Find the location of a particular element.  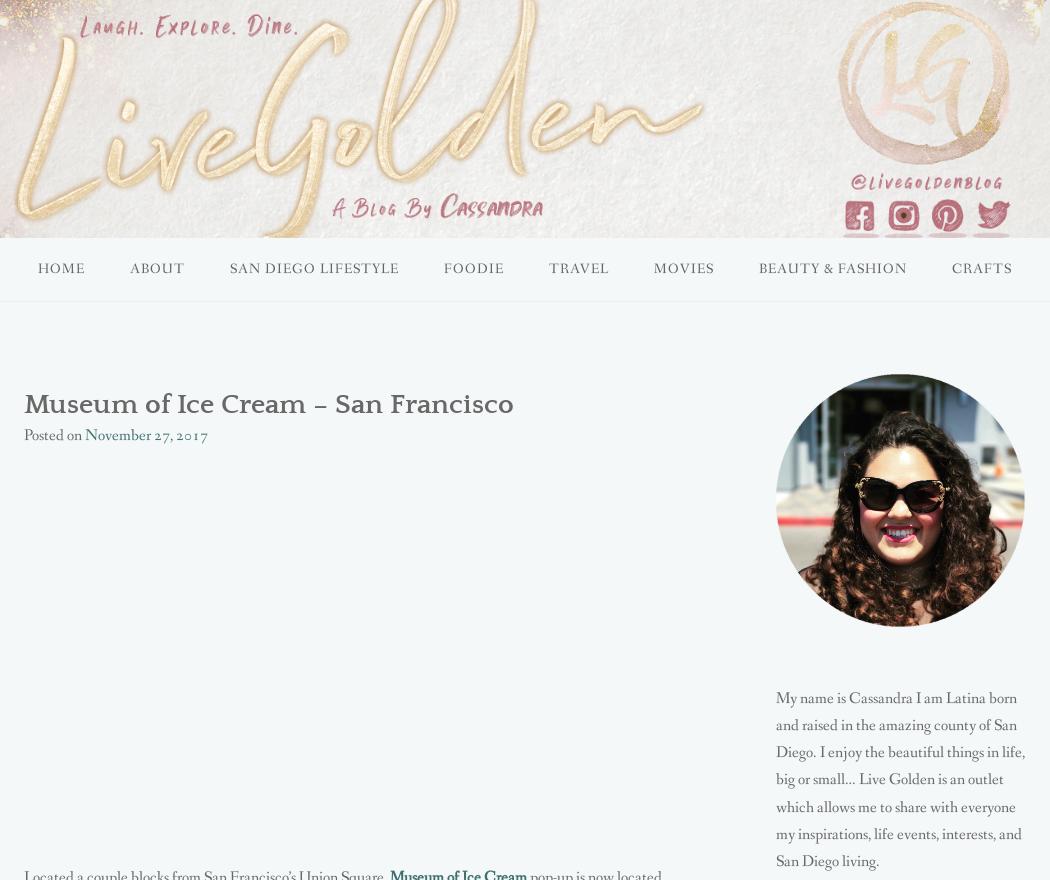

'movies' is located at coordinates (683, 269).